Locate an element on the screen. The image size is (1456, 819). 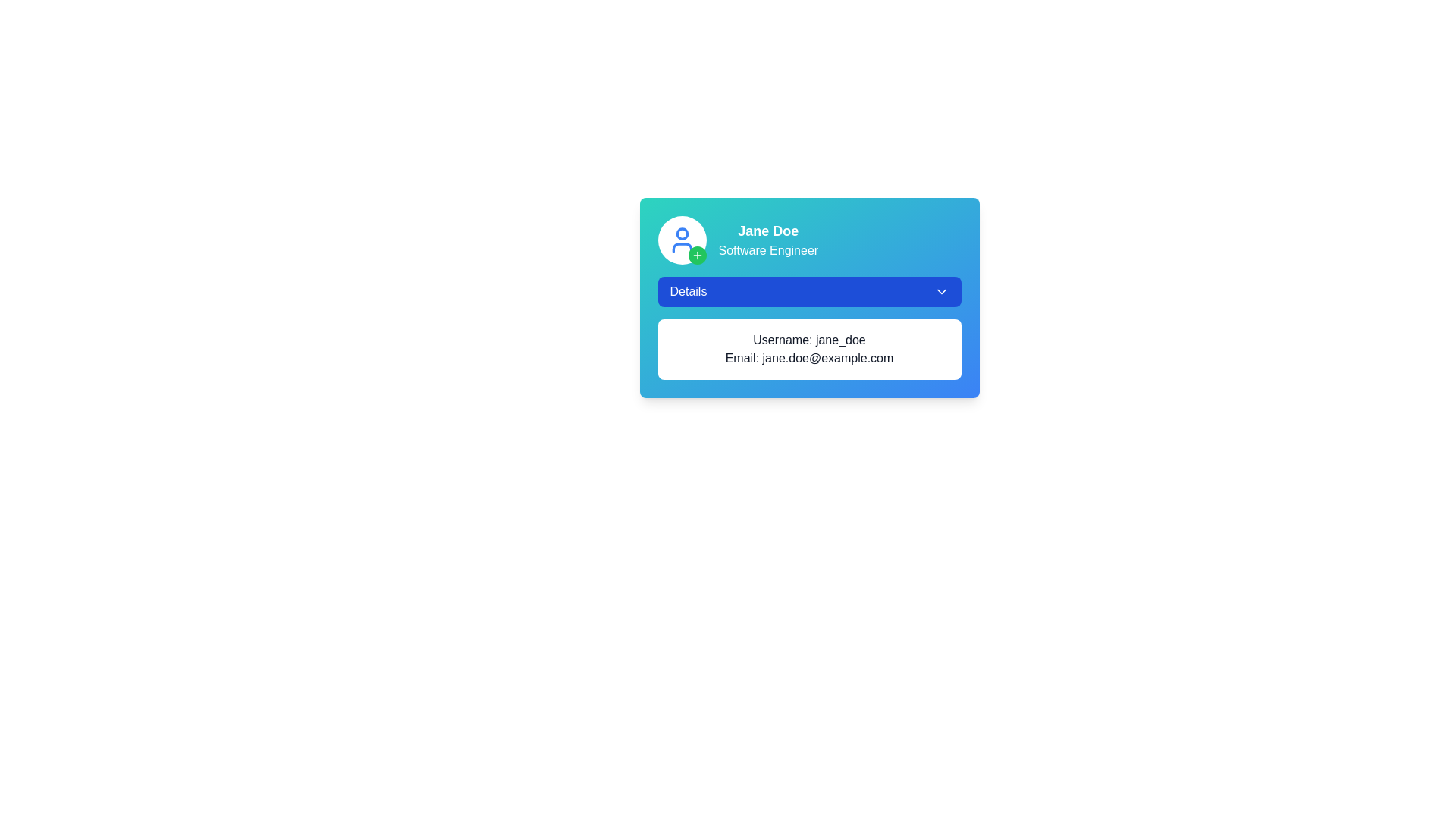
text from the text label displaying 'Jane Doe', which is bold and prominently positioned at the top section of the card layout is located at coordinates (768, 231).